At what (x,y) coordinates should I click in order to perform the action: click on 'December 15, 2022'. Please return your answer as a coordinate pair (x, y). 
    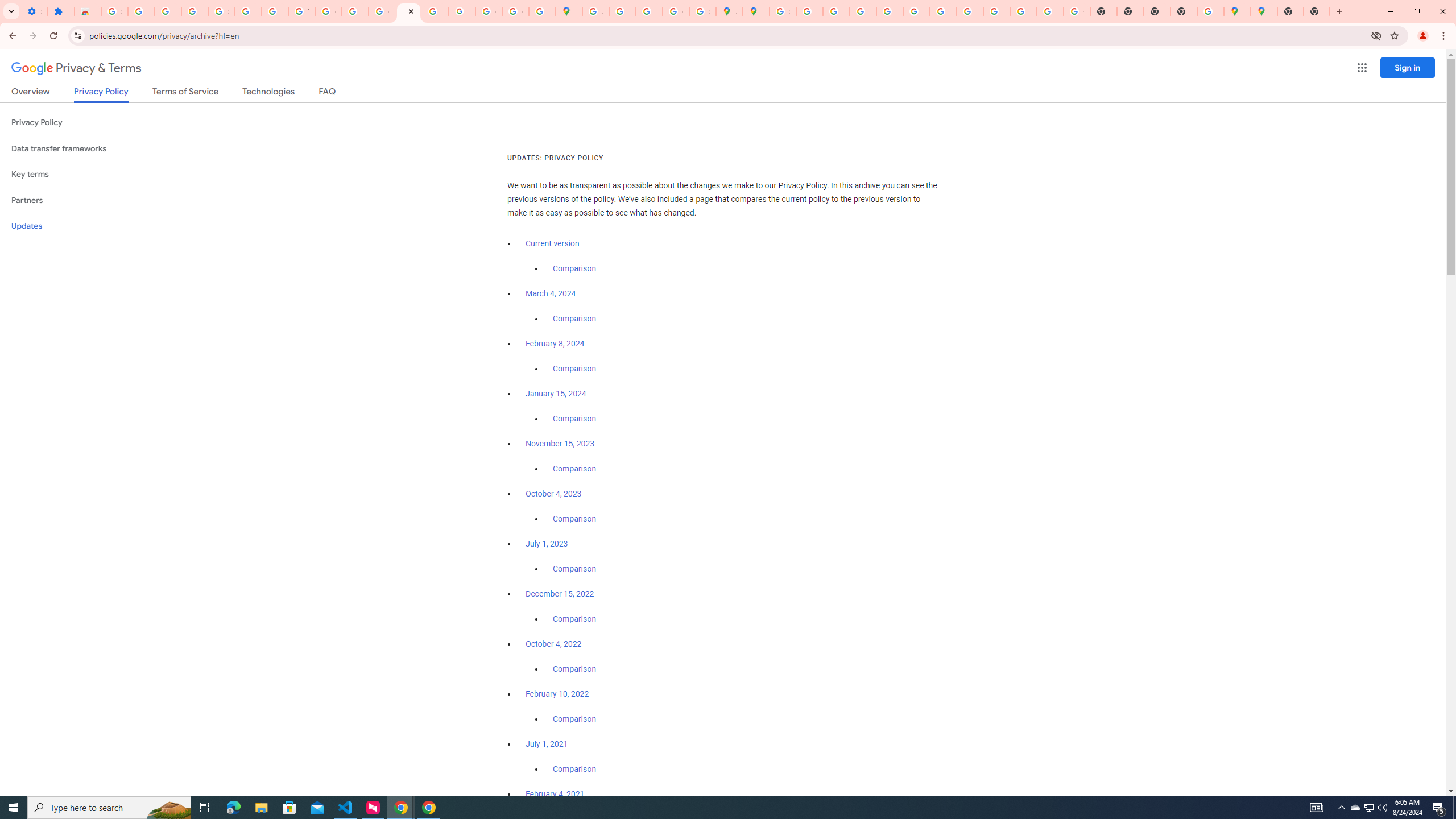
    Looking at the image, I should click on (559, 593).